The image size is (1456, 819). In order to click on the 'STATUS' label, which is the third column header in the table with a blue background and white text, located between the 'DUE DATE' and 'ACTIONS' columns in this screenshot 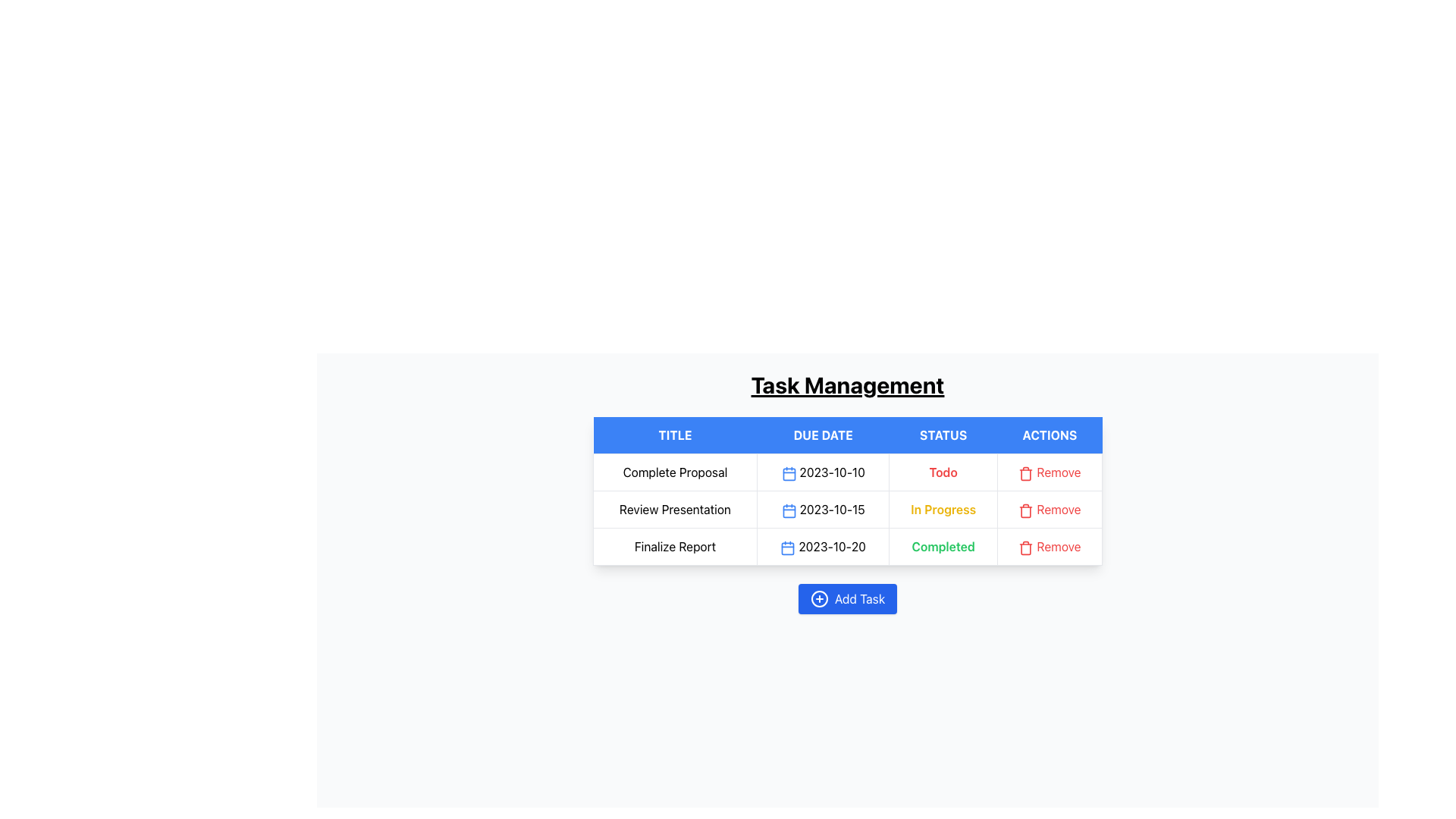, I will do `click(943, 435)`.